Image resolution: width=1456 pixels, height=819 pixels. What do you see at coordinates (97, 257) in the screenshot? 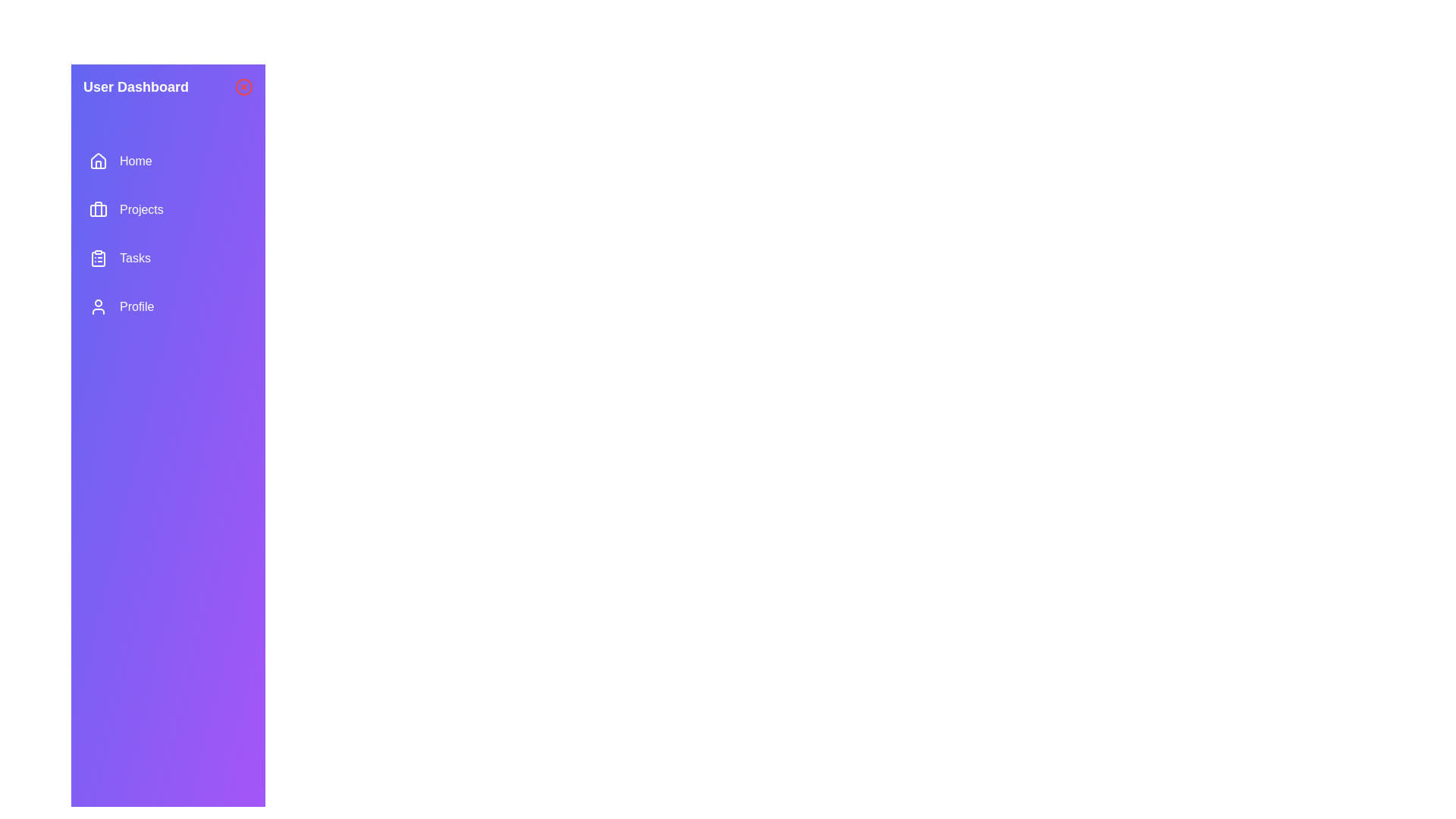
I see `the icon representing the 'Tasks' section in the navigation menu` at bounding box center [97, 257].